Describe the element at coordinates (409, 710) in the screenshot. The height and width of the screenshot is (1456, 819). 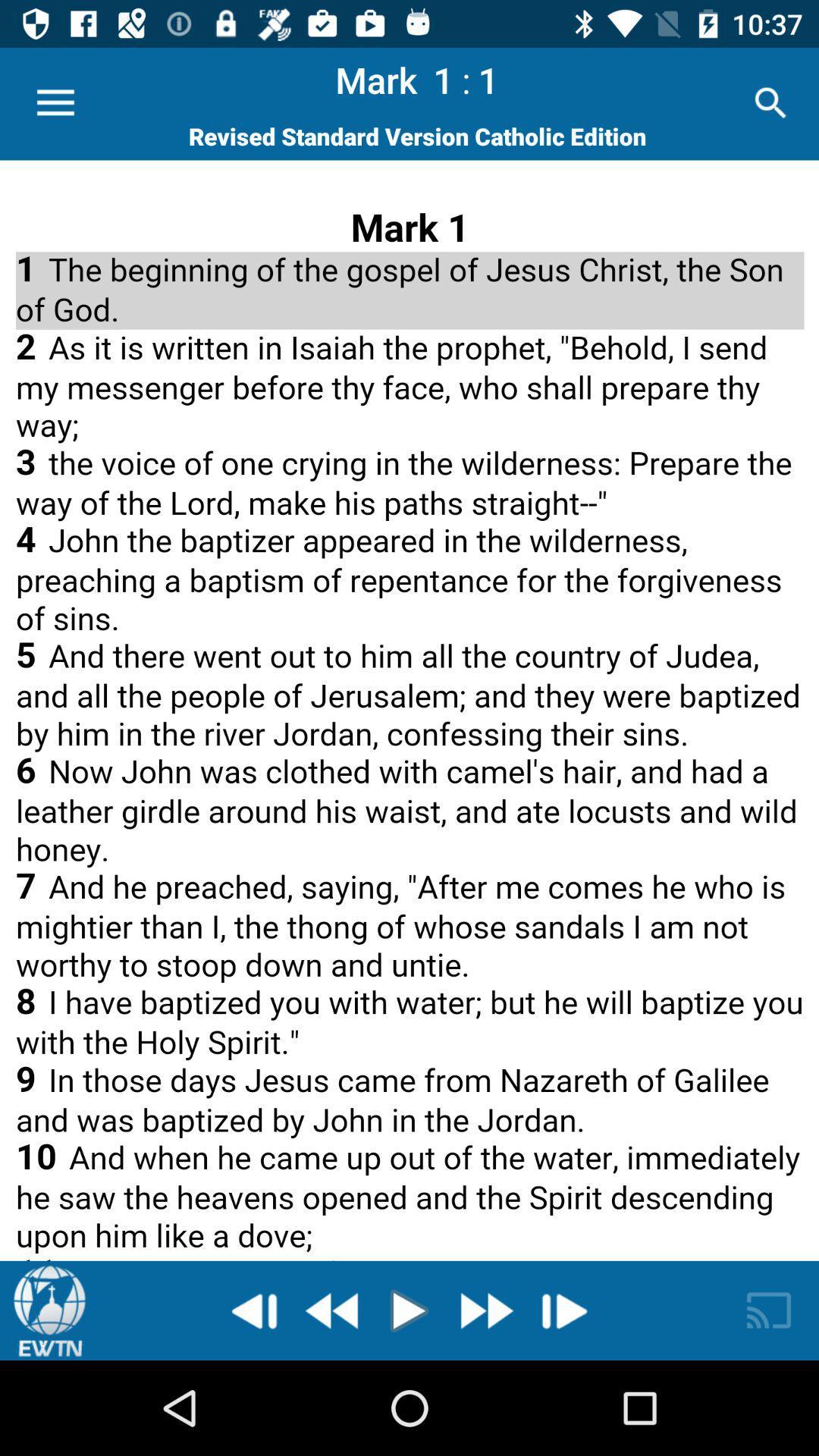
I see `advertisement` at that location.